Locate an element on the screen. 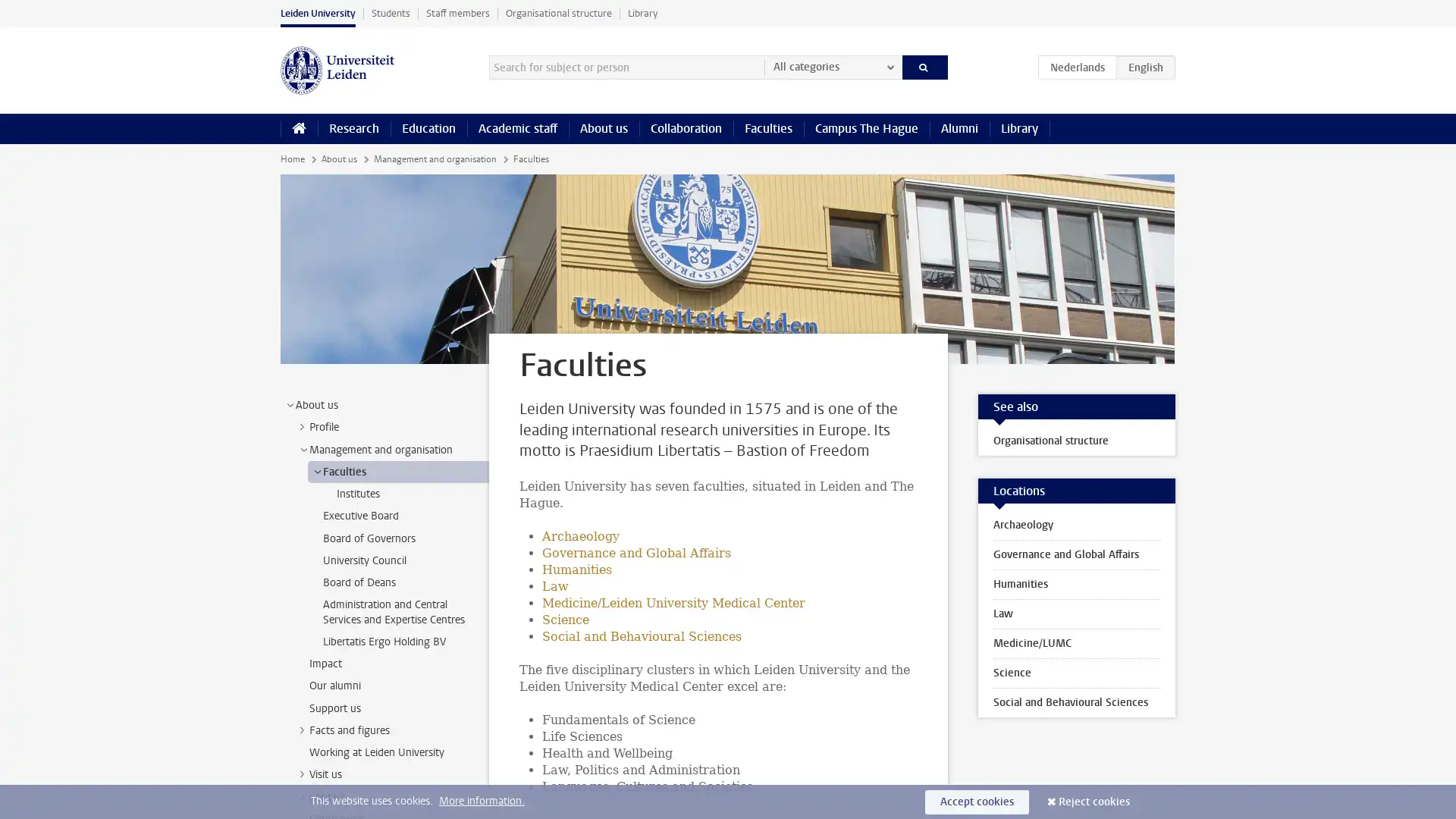 Image resolution: width=1456 pixels, height=819 pixels. Search is located at coordinates (924, 66).